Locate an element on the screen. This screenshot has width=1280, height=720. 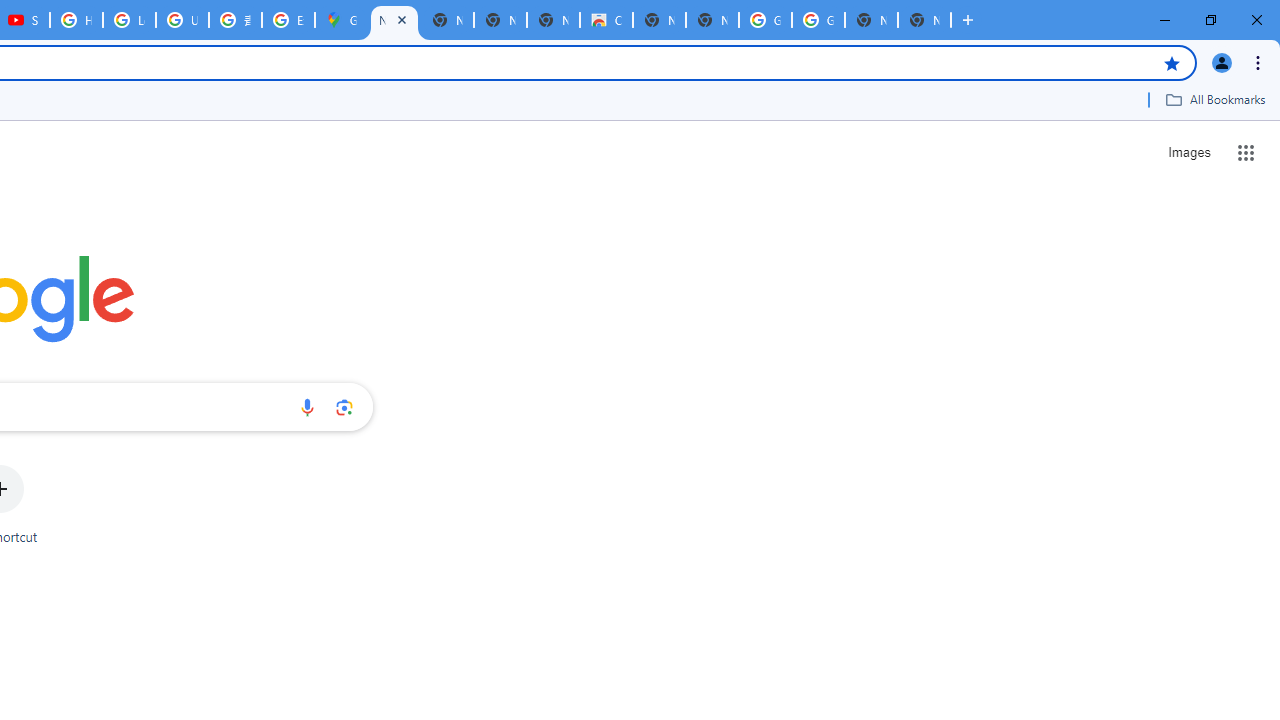
'All Bookmarks' is located at coordinates (1214, 99).